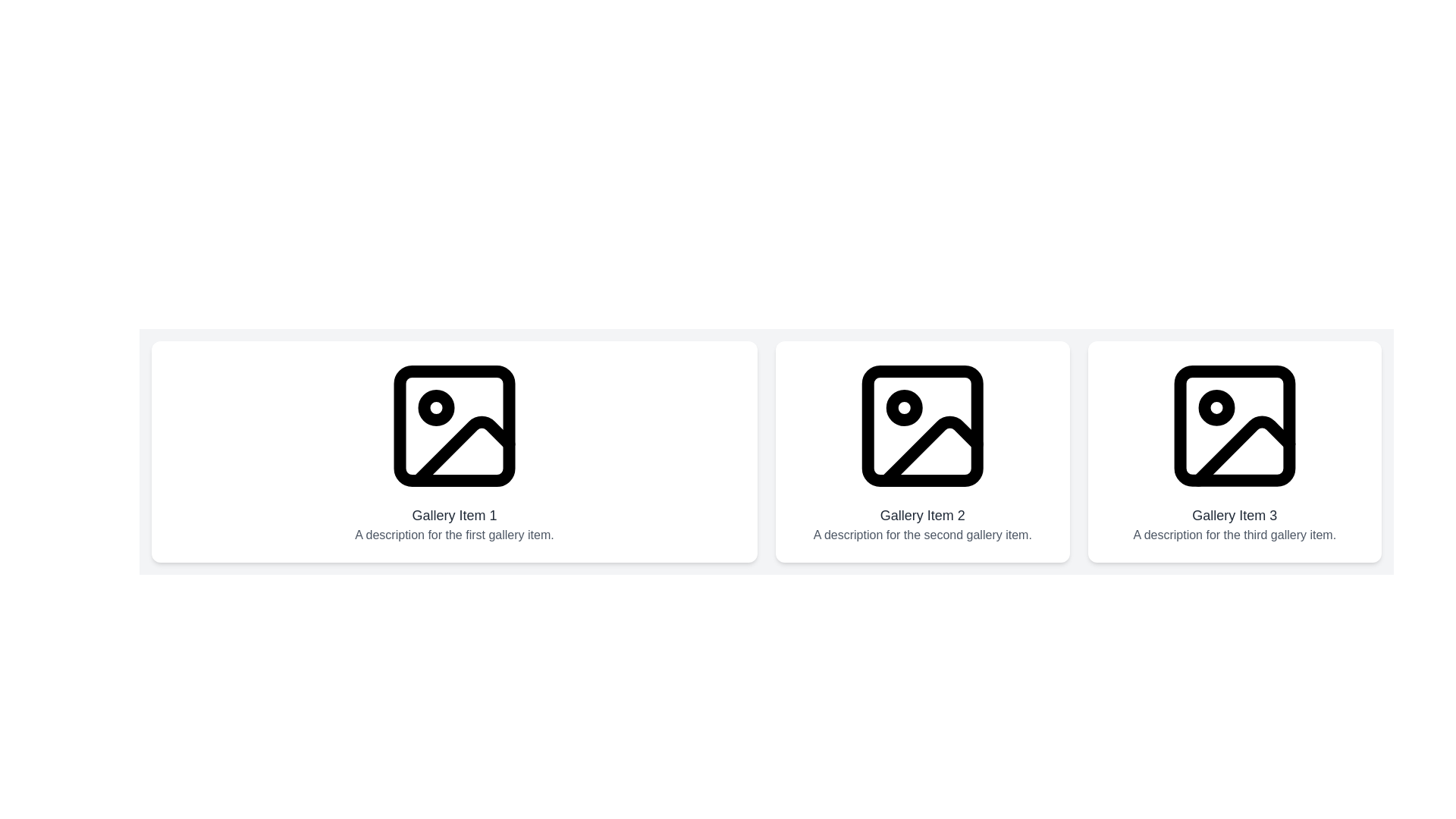 This screenshot has height=819, width=1456. What do you see at coordinates (453, 451) in the screenshot?
I see `the first Static Information Card in the gallery layout, located at the top-left area, which provides a visual and textual preview of the specific item` at bounding box center [453, 451].